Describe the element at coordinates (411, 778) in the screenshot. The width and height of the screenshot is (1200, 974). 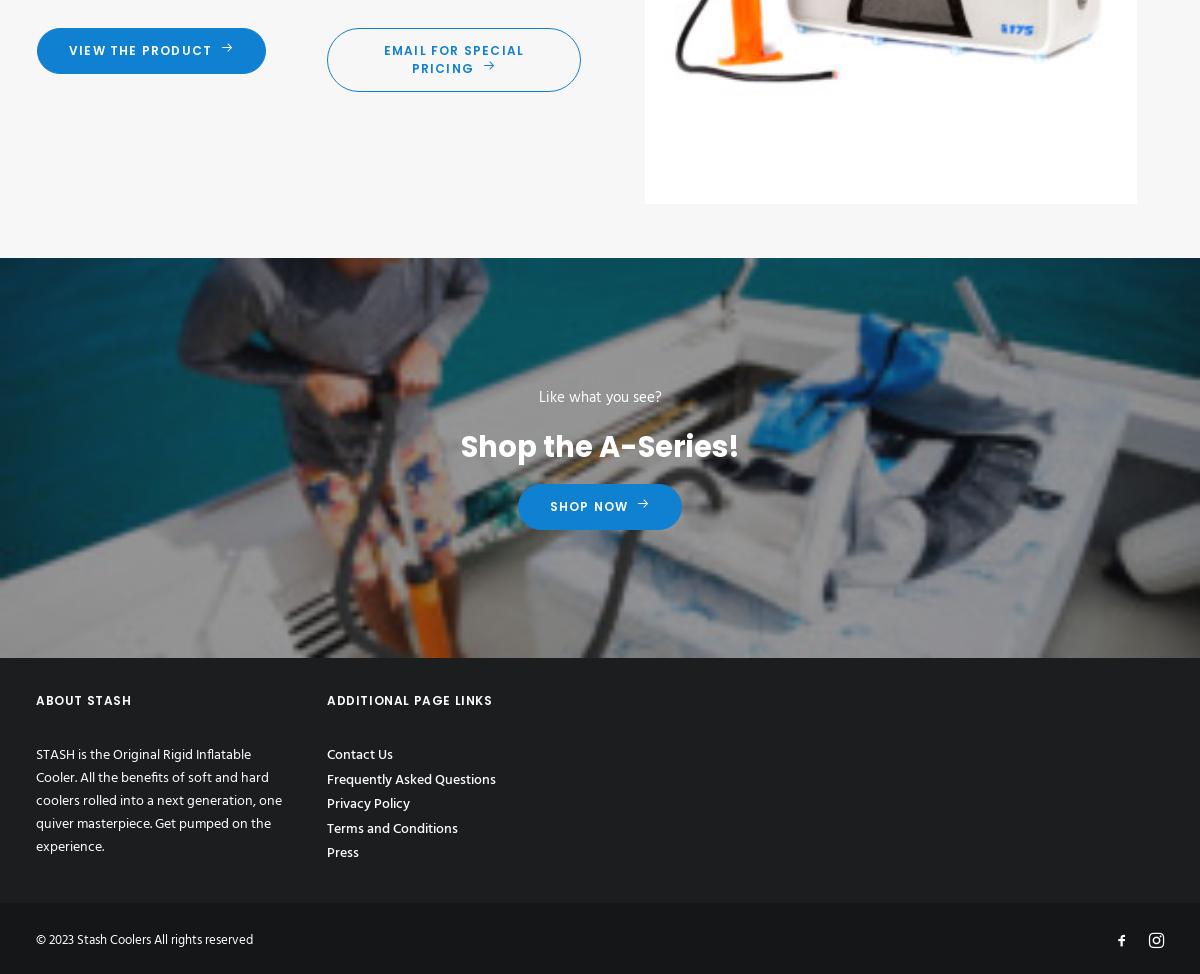
I see `'Frequently Asked Questions'` at that location.